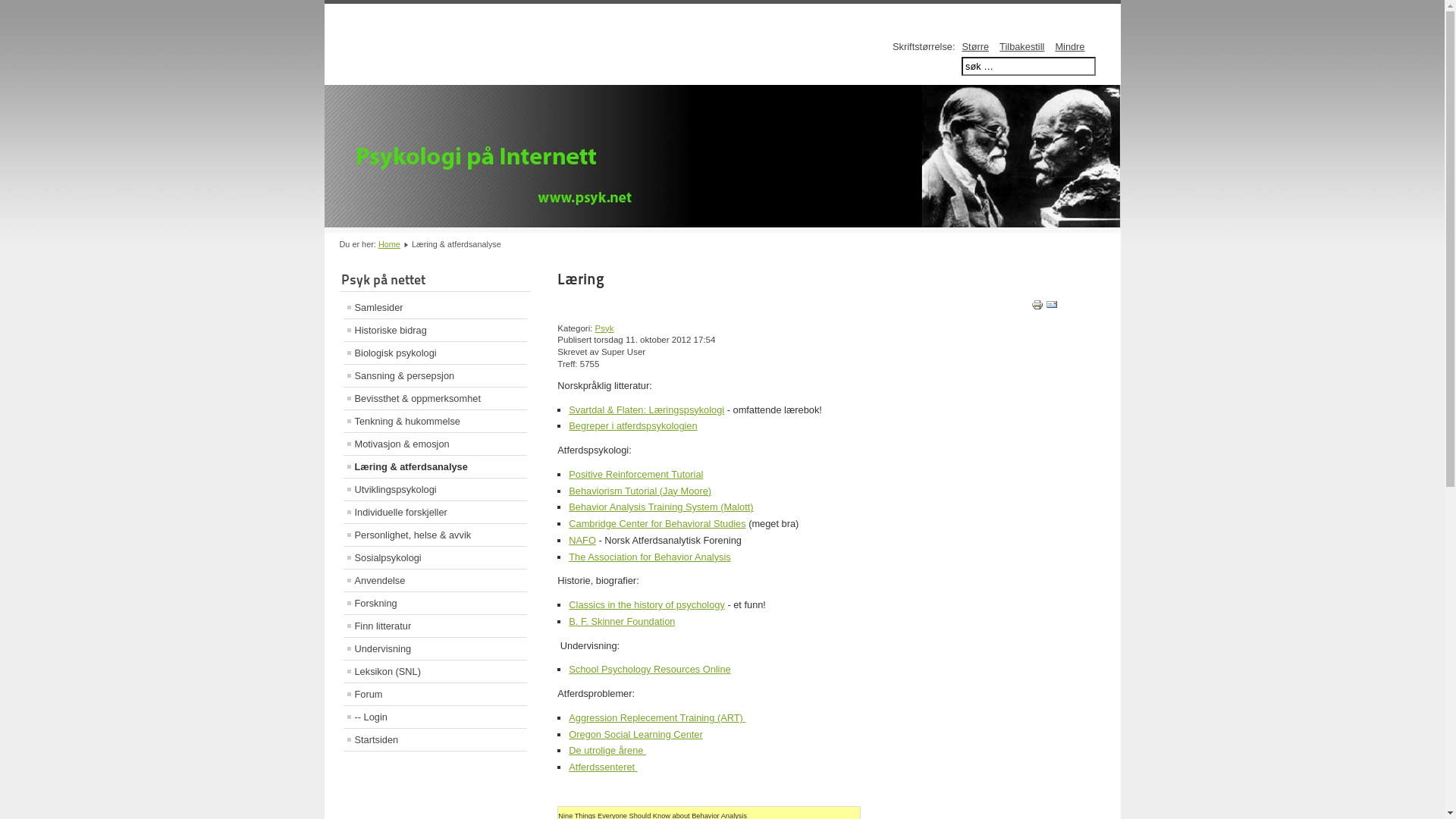 The width and height of the screenshot is (1456, 819). Describe the element at coordinates (649, 557) in the screenshot. I see `'The Association for Behavior Analysis'` at that location.